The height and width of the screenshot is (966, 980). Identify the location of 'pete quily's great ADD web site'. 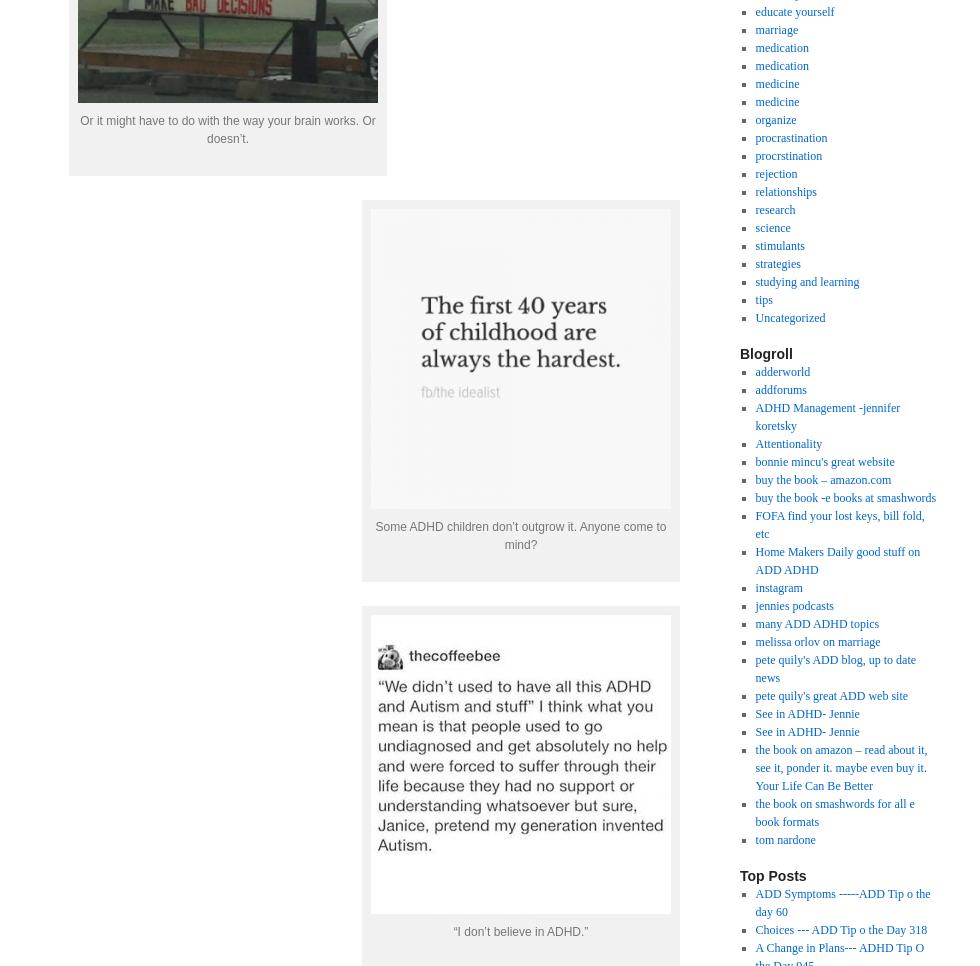
(831, 694).